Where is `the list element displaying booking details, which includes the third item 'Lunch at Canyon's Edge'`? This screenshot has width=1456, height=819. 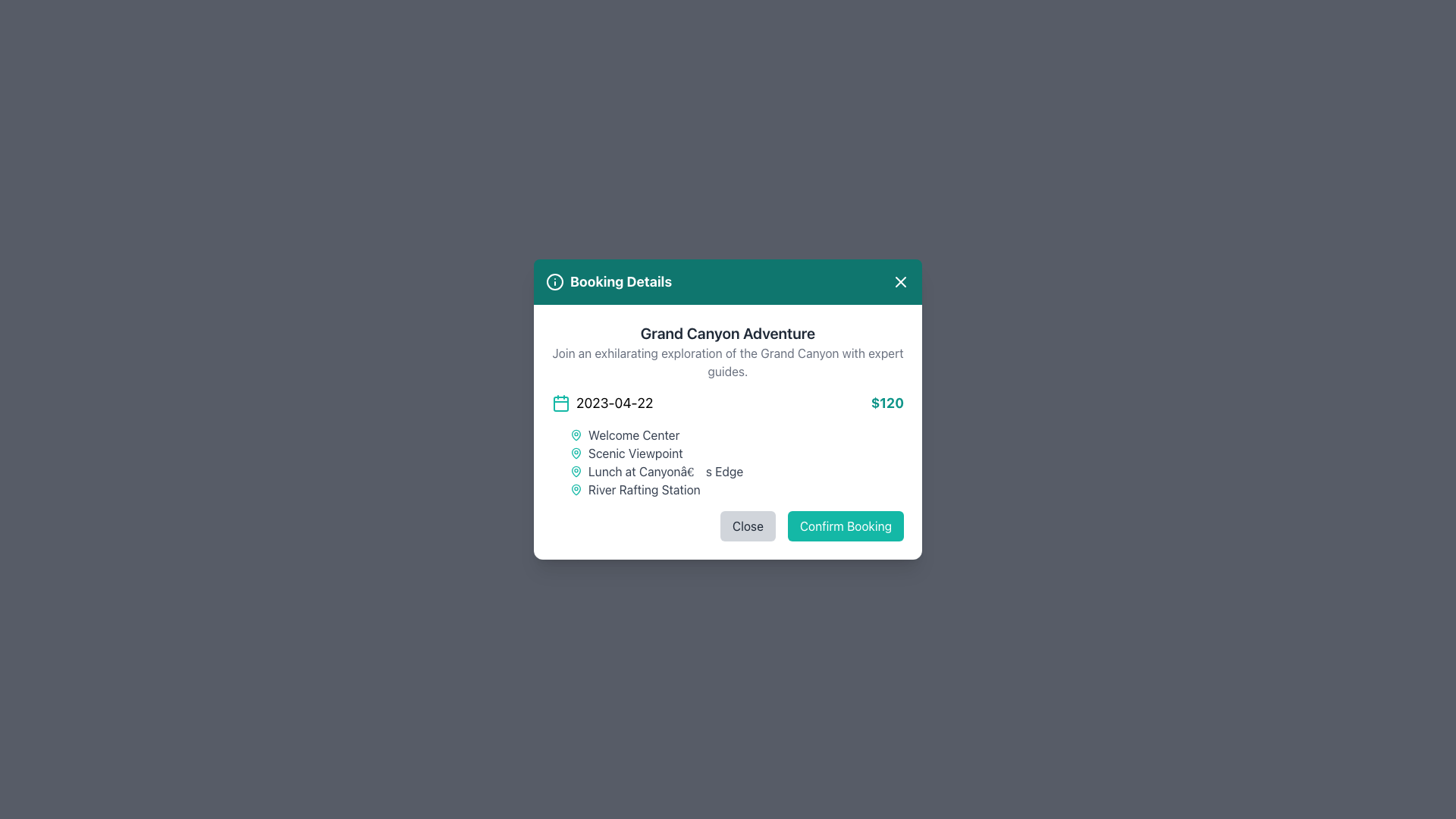 the list element displaying booking details, which includes the third item 'Lunch at Canyon's Edge' is located at coordinates (728, 461).